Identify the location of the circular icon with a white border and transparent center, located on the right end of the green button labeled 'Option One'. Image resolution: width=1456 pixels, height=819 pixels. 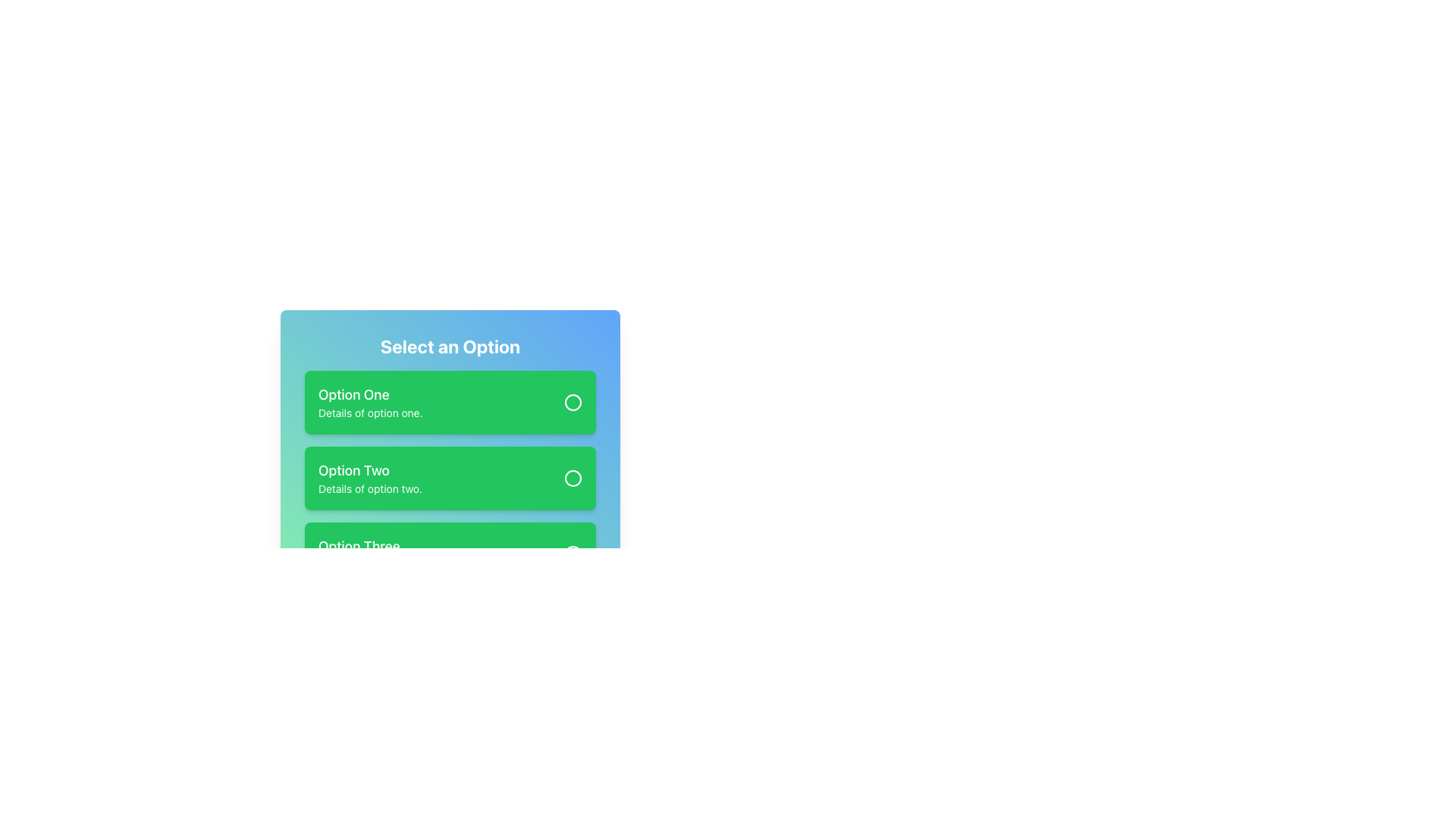
(572, 402).